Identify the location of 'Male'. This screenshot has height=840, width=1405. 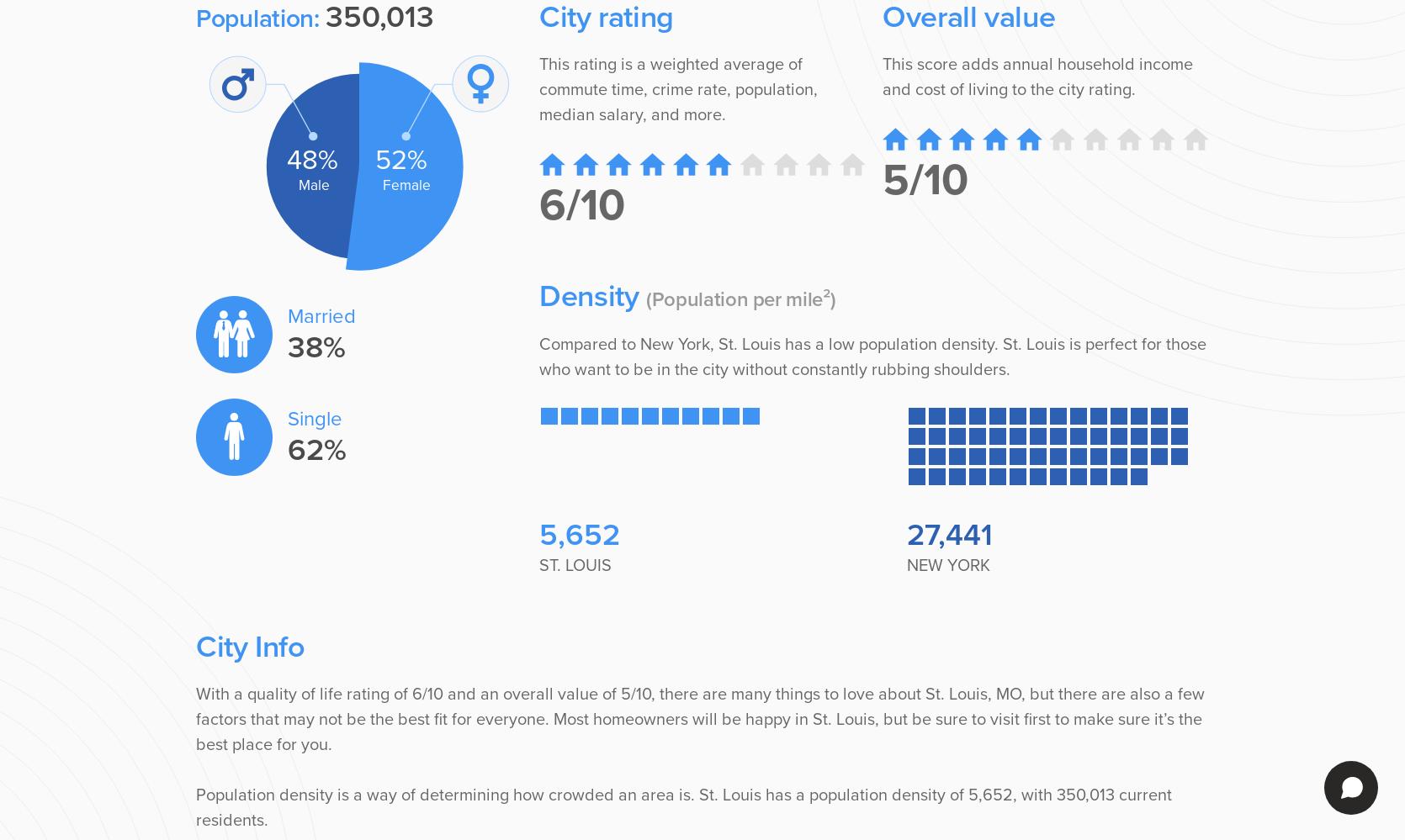
(313, 184).